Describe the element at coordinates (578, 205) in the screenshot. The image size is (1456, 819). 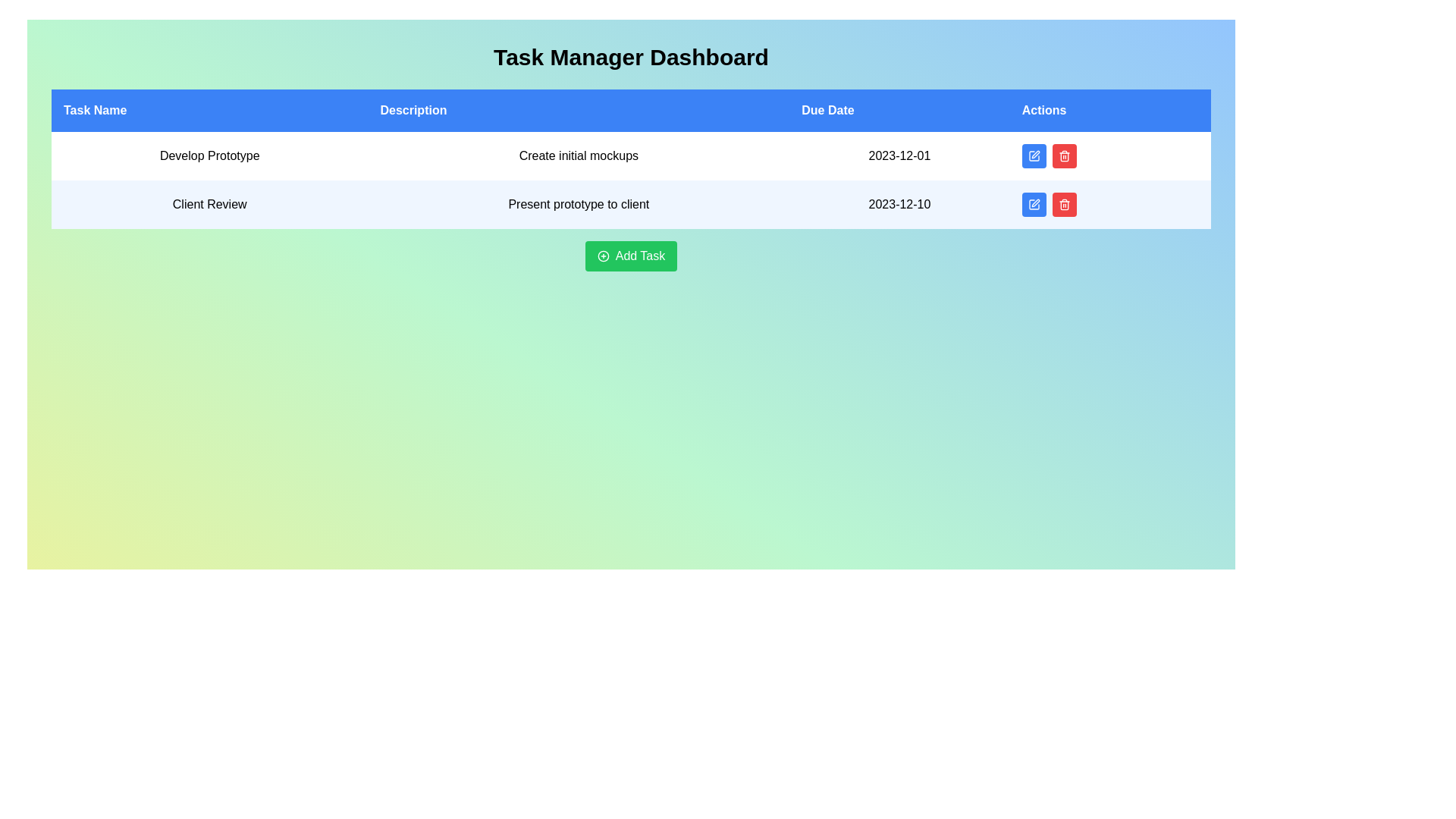
I see `the static text element displaying 'Present prototype to client' in the 'Description' column of the table in the 'Task Manager Dashboard'` at that location.